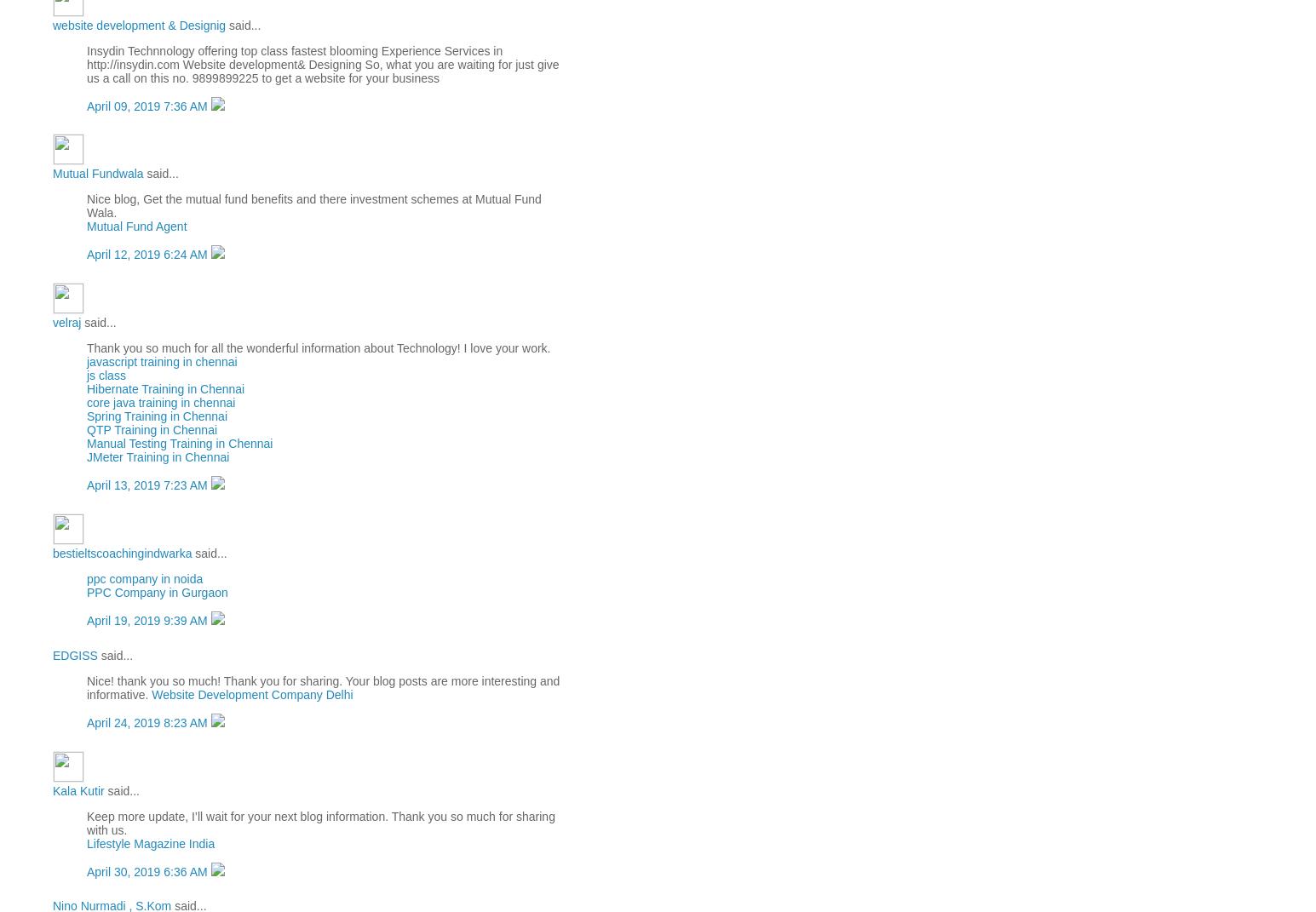 This screenshot has width=1316, height=912. Describe the element at coordinates (252, 693) in the screenshot. I see `'Website Development Company Delhi'` at that location.